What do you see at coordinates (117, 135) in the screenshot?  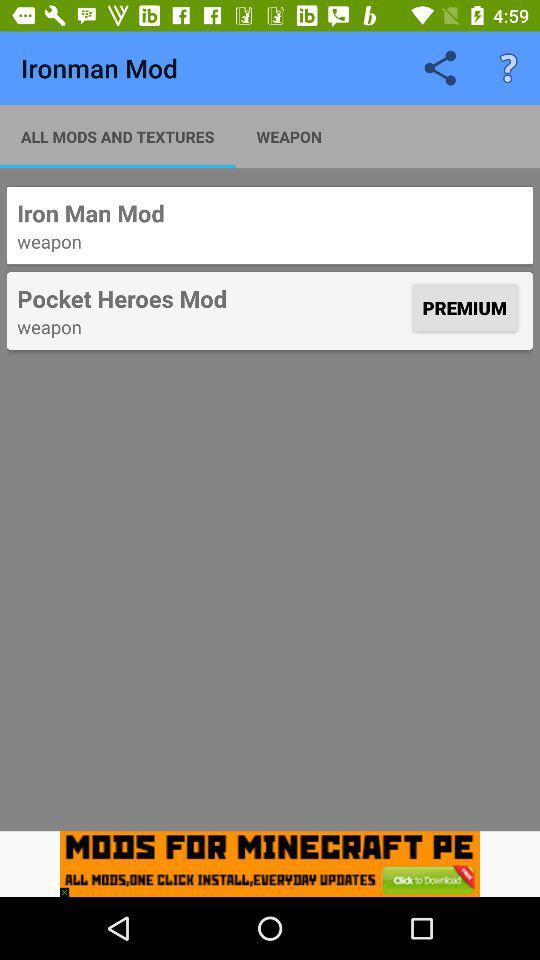 I see `the item below ironman mod icon` at bounding box center [117, 135].